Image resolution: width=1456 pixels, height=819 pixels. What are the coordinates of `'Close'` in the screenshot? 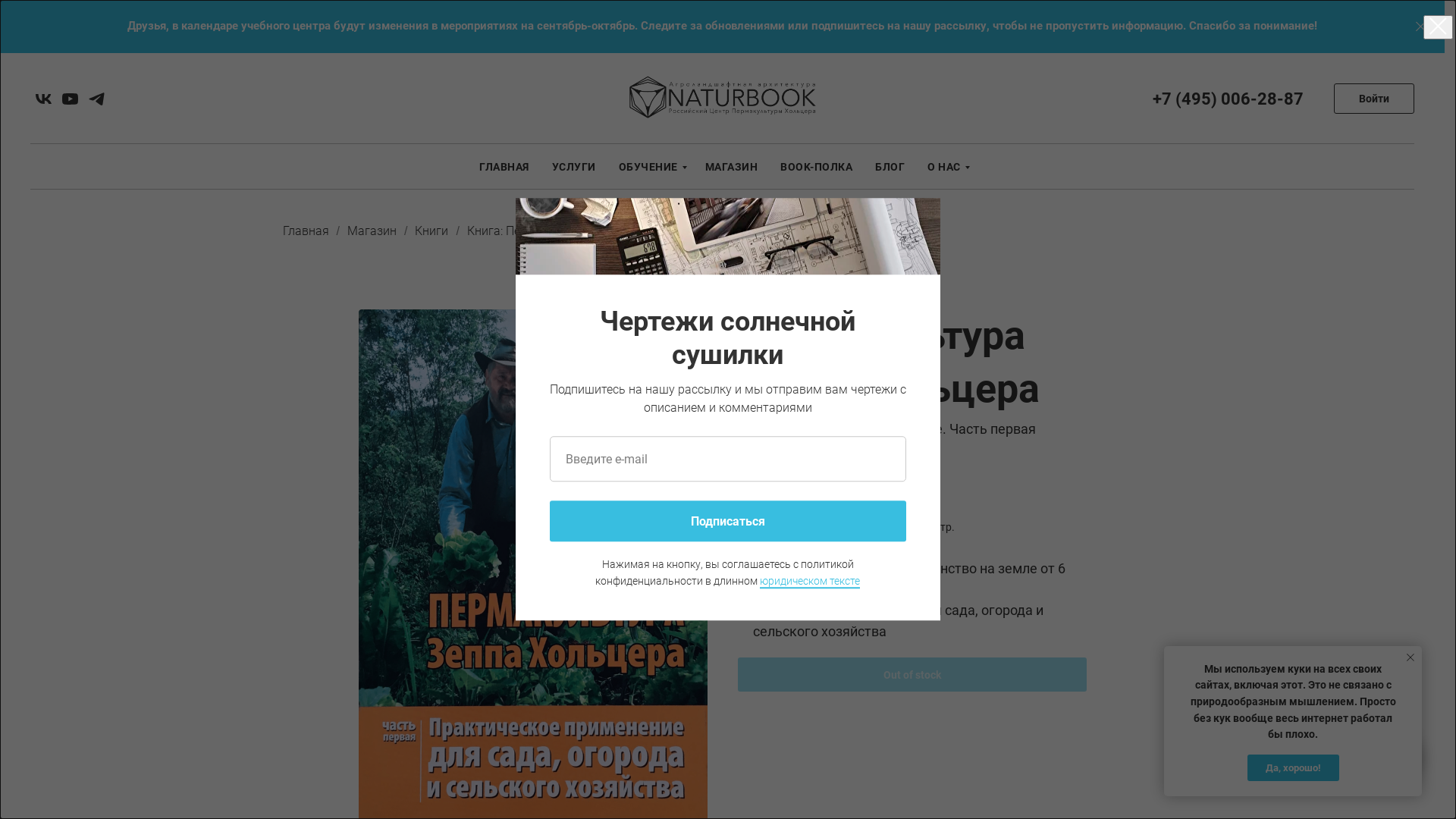 It's located at (1420, 27).